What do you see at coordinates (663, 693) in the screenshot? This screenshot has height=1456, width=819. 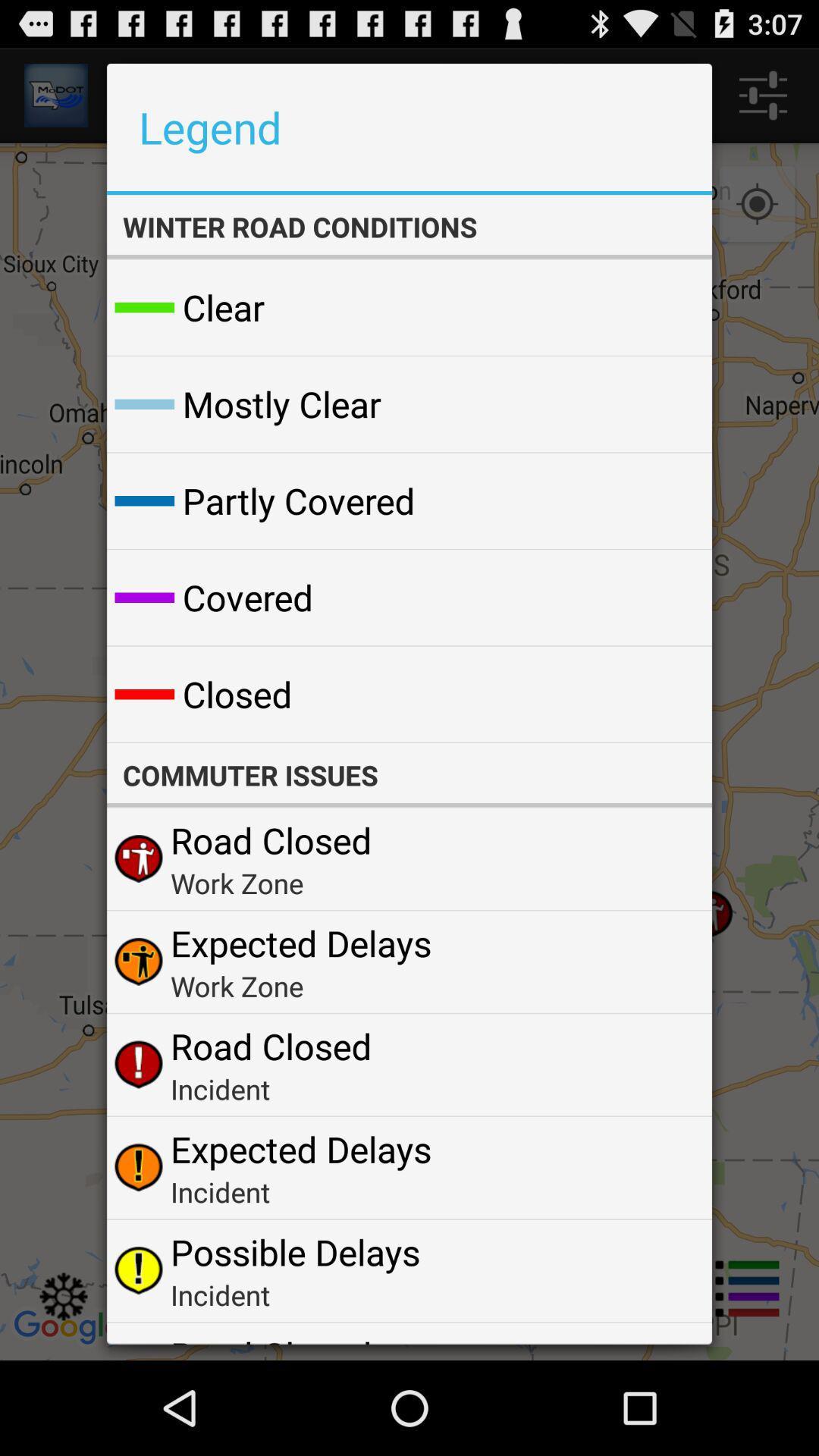 I see `the item above the commuter issues` at bounding box center [663, 693].